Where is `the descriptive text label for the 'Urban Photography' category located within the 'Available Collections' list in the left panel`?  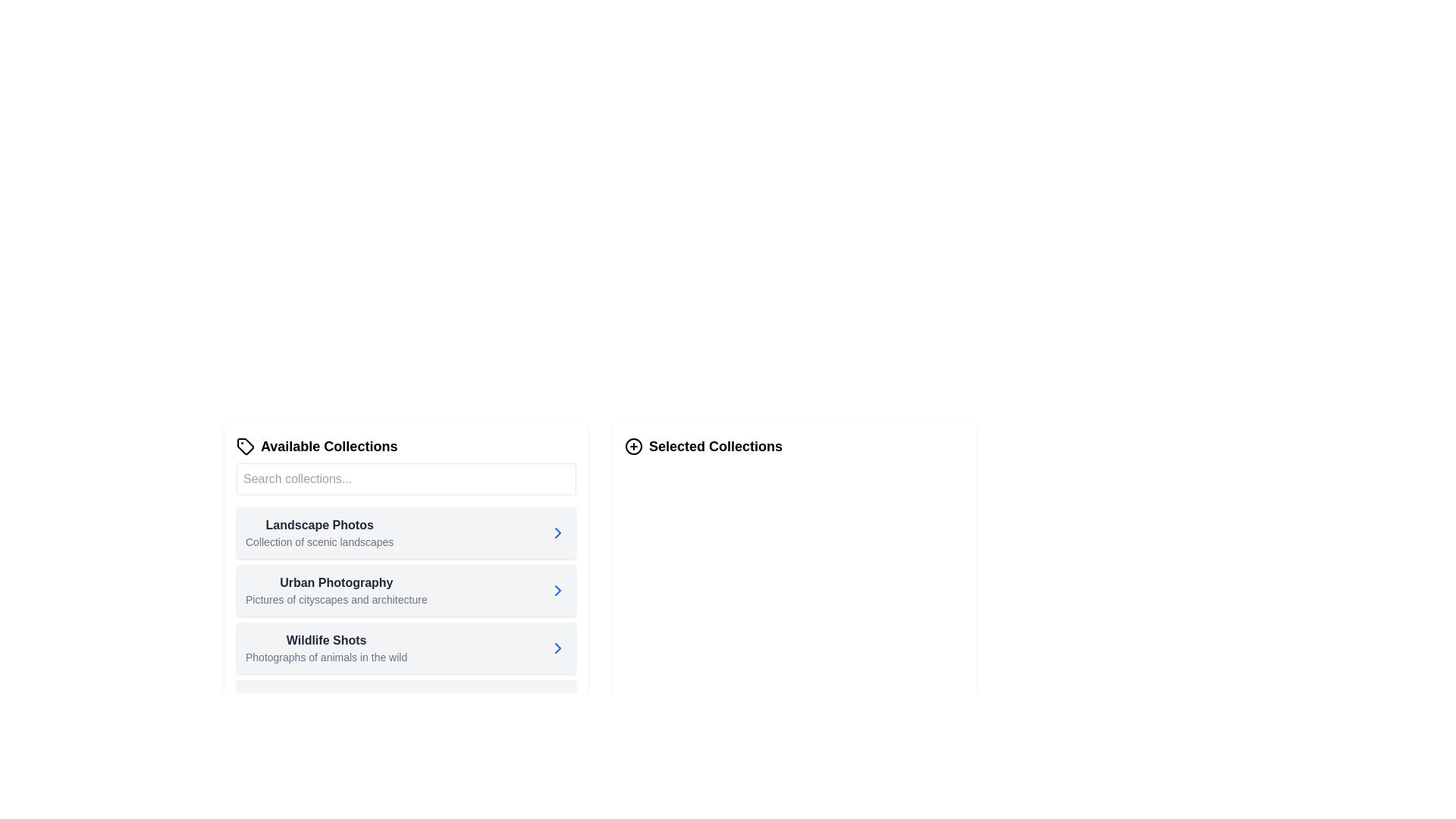 the descriptive text label for the 'Urban Photography' category located within the 'Available Collections' list in the left panel is located at coordinates (335, 590).